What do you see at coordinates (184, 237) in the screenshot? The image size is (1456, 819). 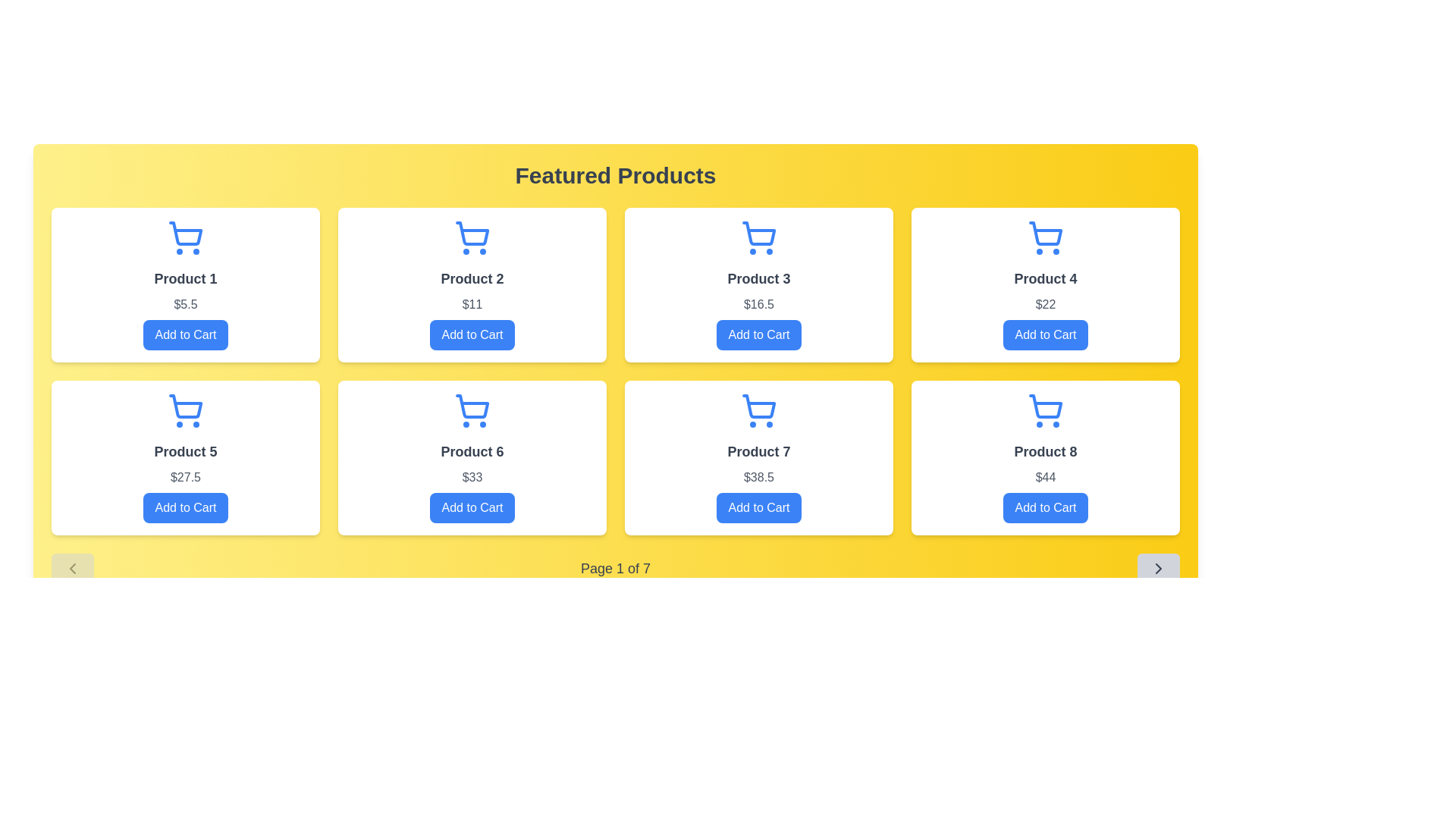 I see `the blue cart icon located at the top center of the 'Product 1' card, which is positioned above the product title and price` at bounding box center [184, 237].